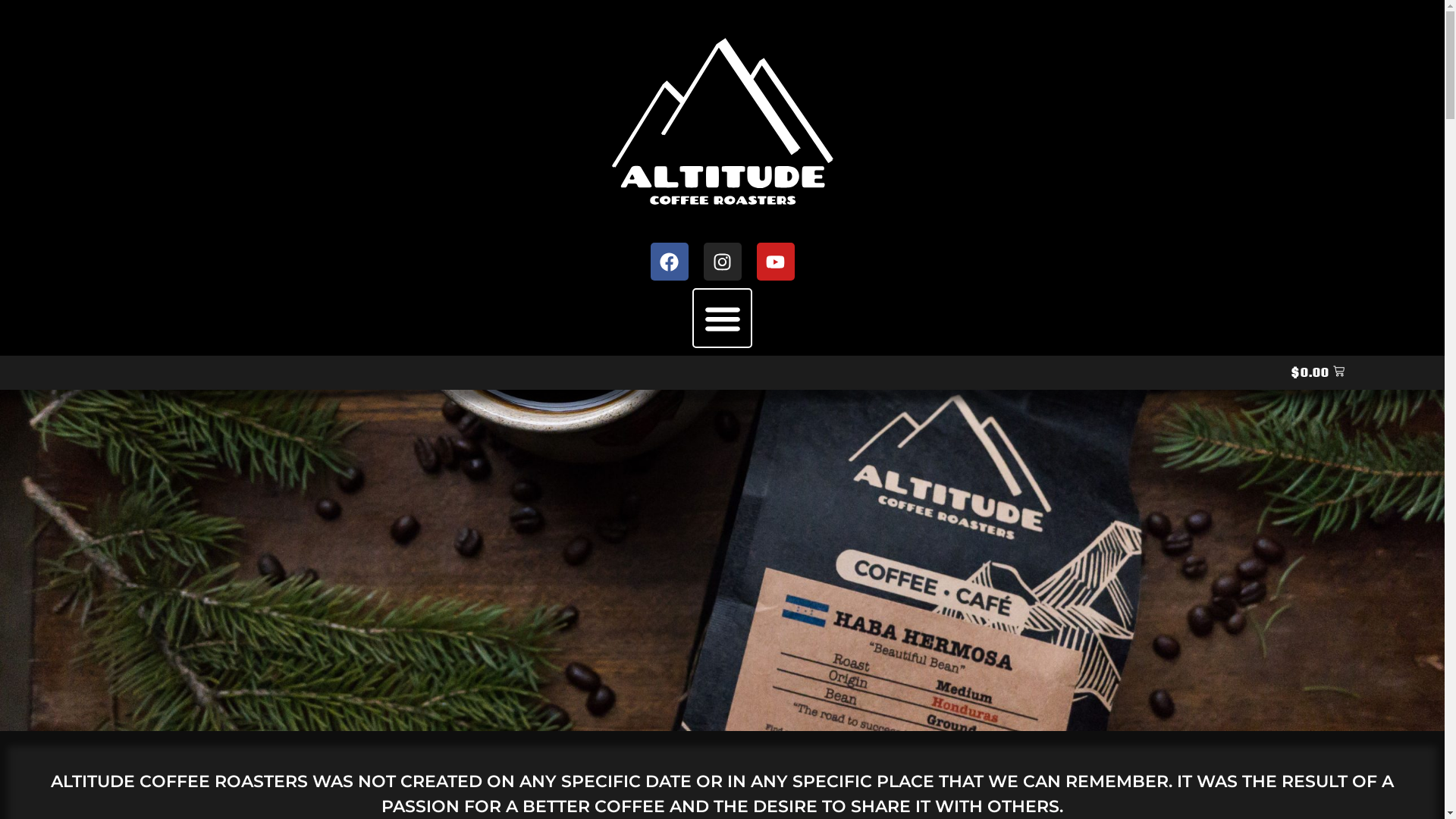 This screenshot has height=819, width=1456. What do you see at coordinates (1316, 372) in the screenshot?
I see `'$0.00'` at bounding box center [1316, 372].